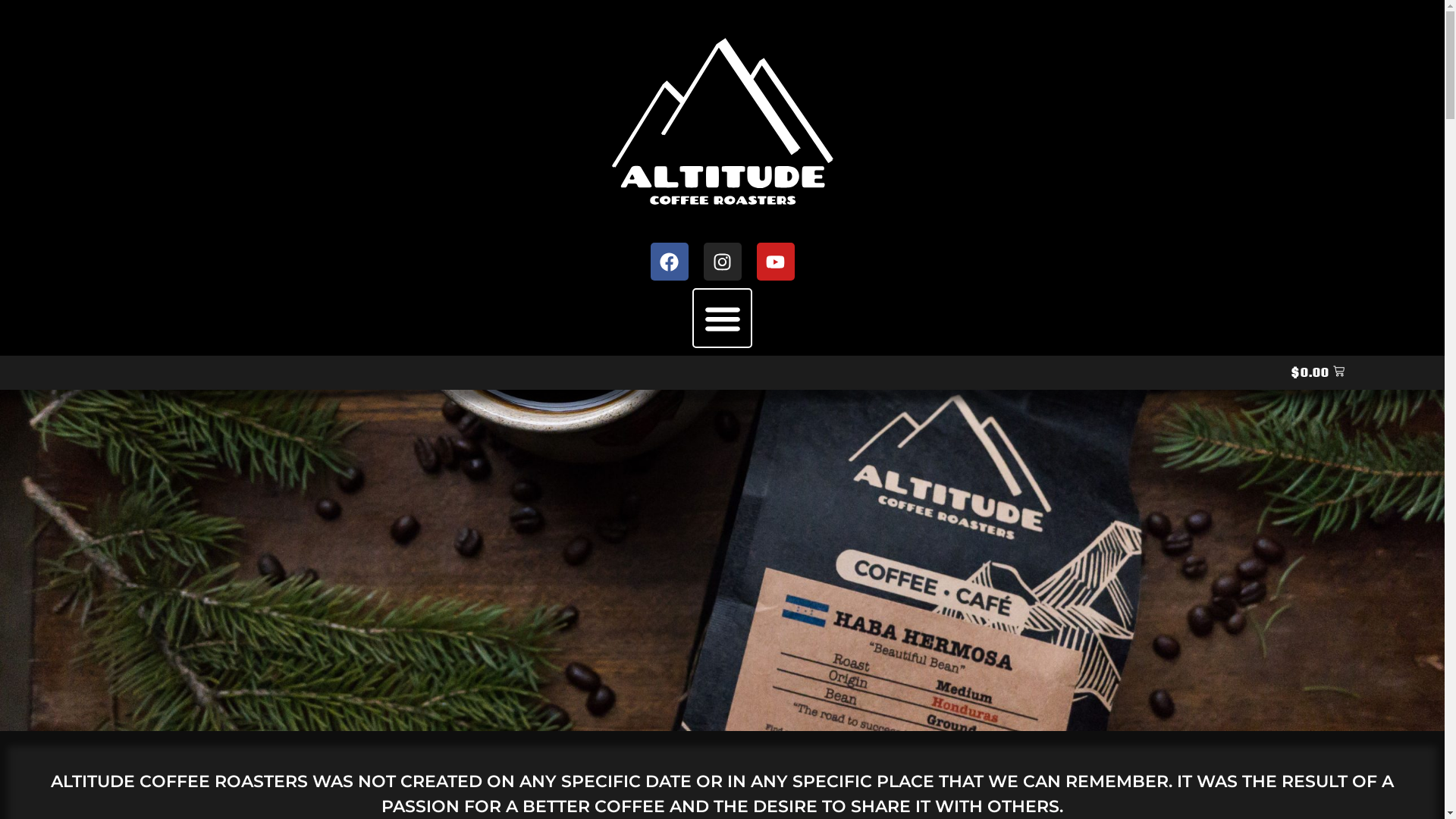 This screenshot has height=819, width=1456. What do you see at coordinates (1316, 372) in the screenshot?
I see `'$0.00'` at bounding box center [1316, 372].